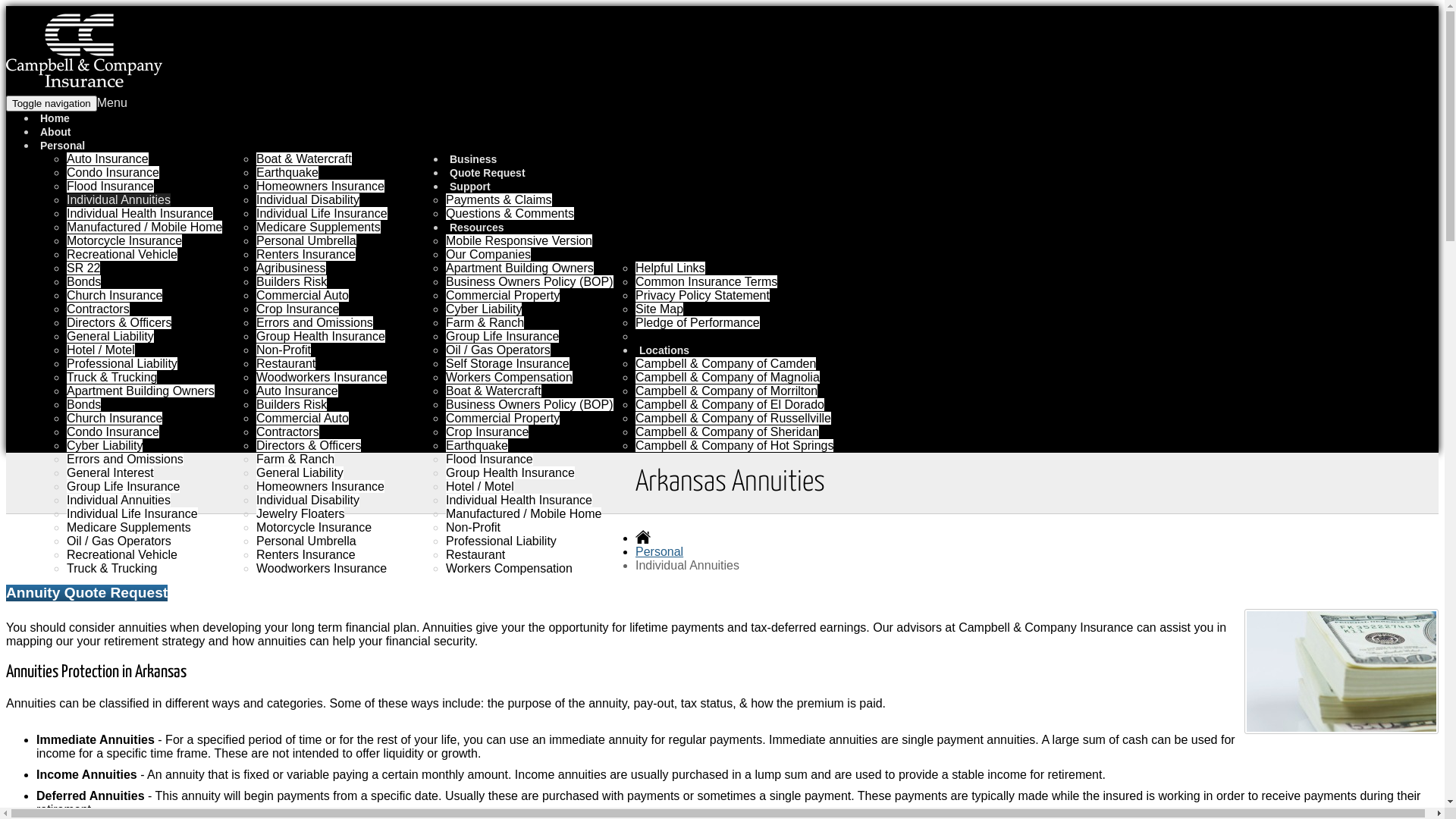 The width and height of the screenshot is (1456, 819). Describe the element at coordinates (307, 199) in the screenshot. I see `'Individual Disability'` at that location.